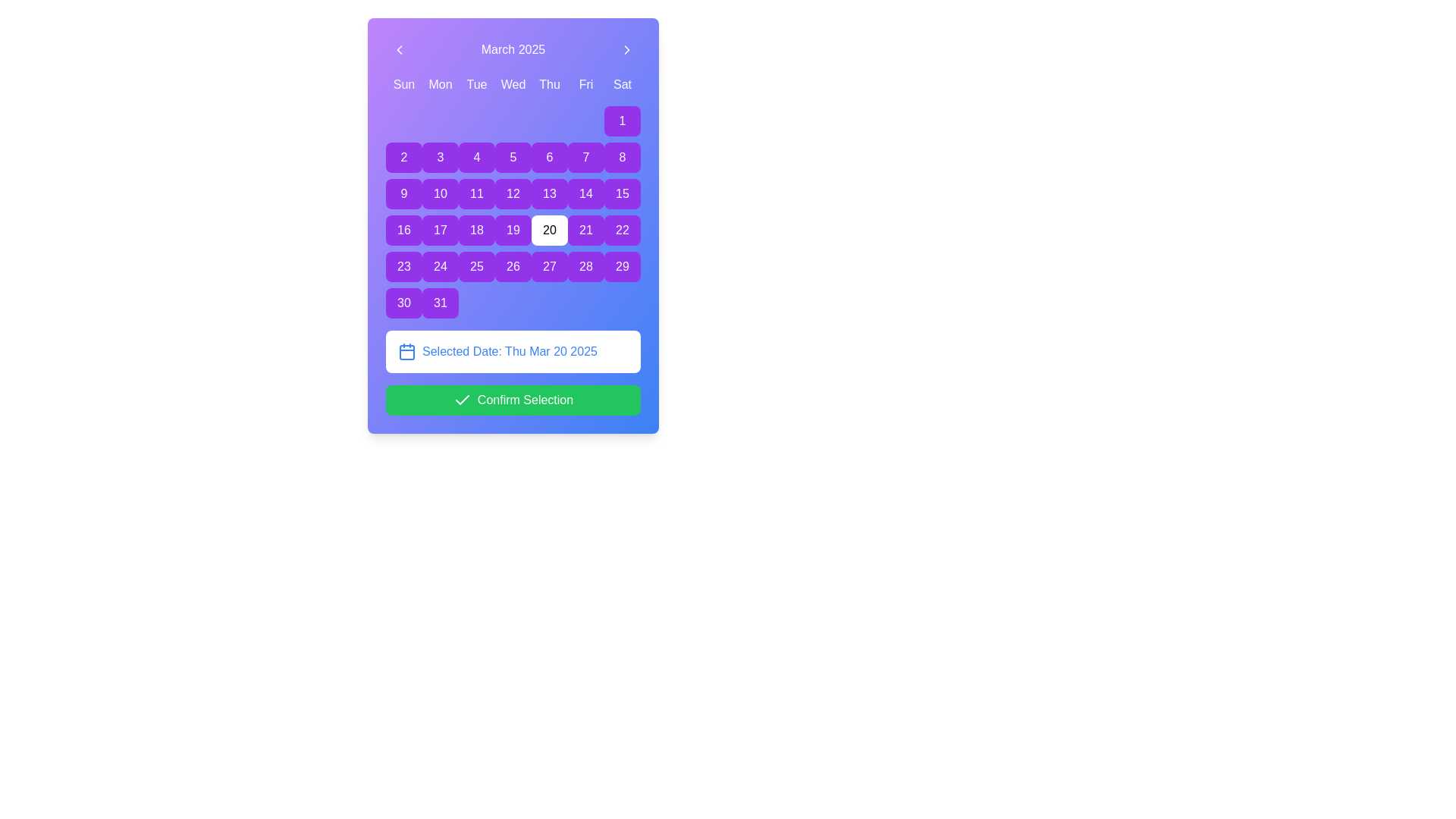 The image size is (1456, 819). Describe the element at coordinates (622, 231) in the screenshot. I see `the button displaying the number '22' with a purple background in the calendar grid for March 2025` at that location.